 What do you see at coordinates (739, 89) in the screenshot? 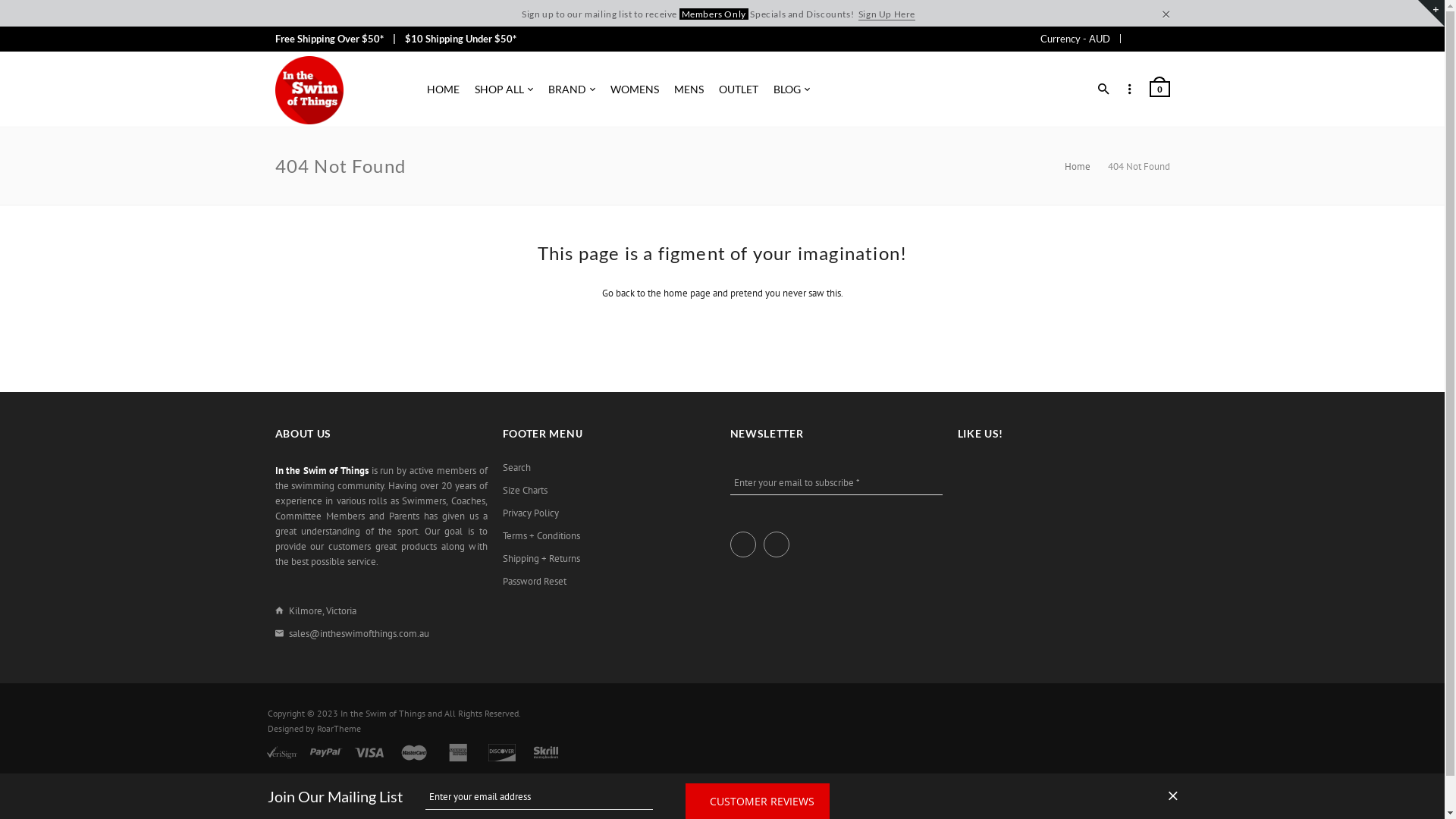
I see `'OUTLET'` at bounding box center [739, 89].